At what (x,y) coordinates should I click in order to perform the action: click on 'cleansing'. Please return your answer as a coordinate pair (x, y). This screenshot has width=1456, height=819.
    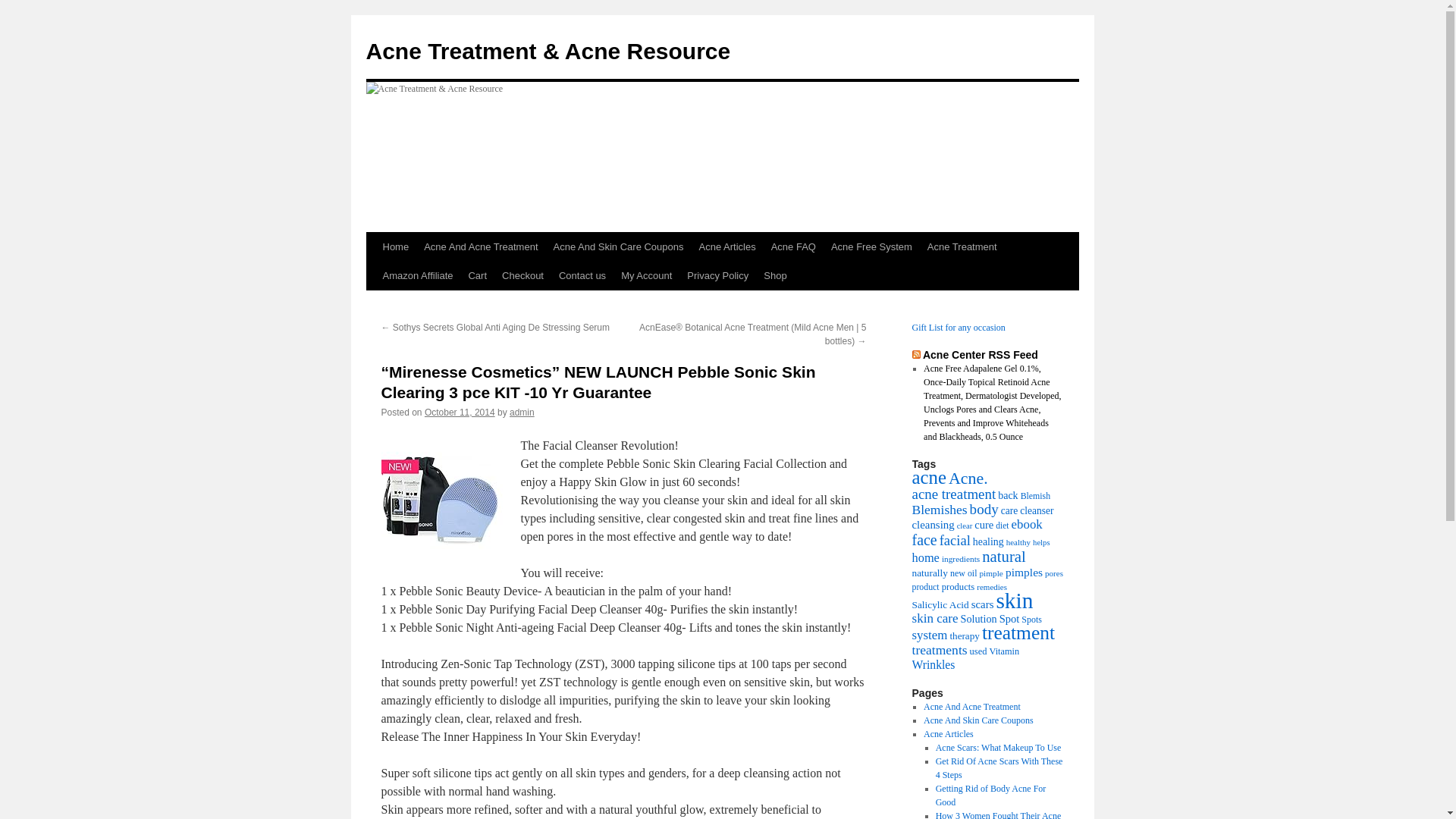
    Looking at the image, I should click on (931, 523).